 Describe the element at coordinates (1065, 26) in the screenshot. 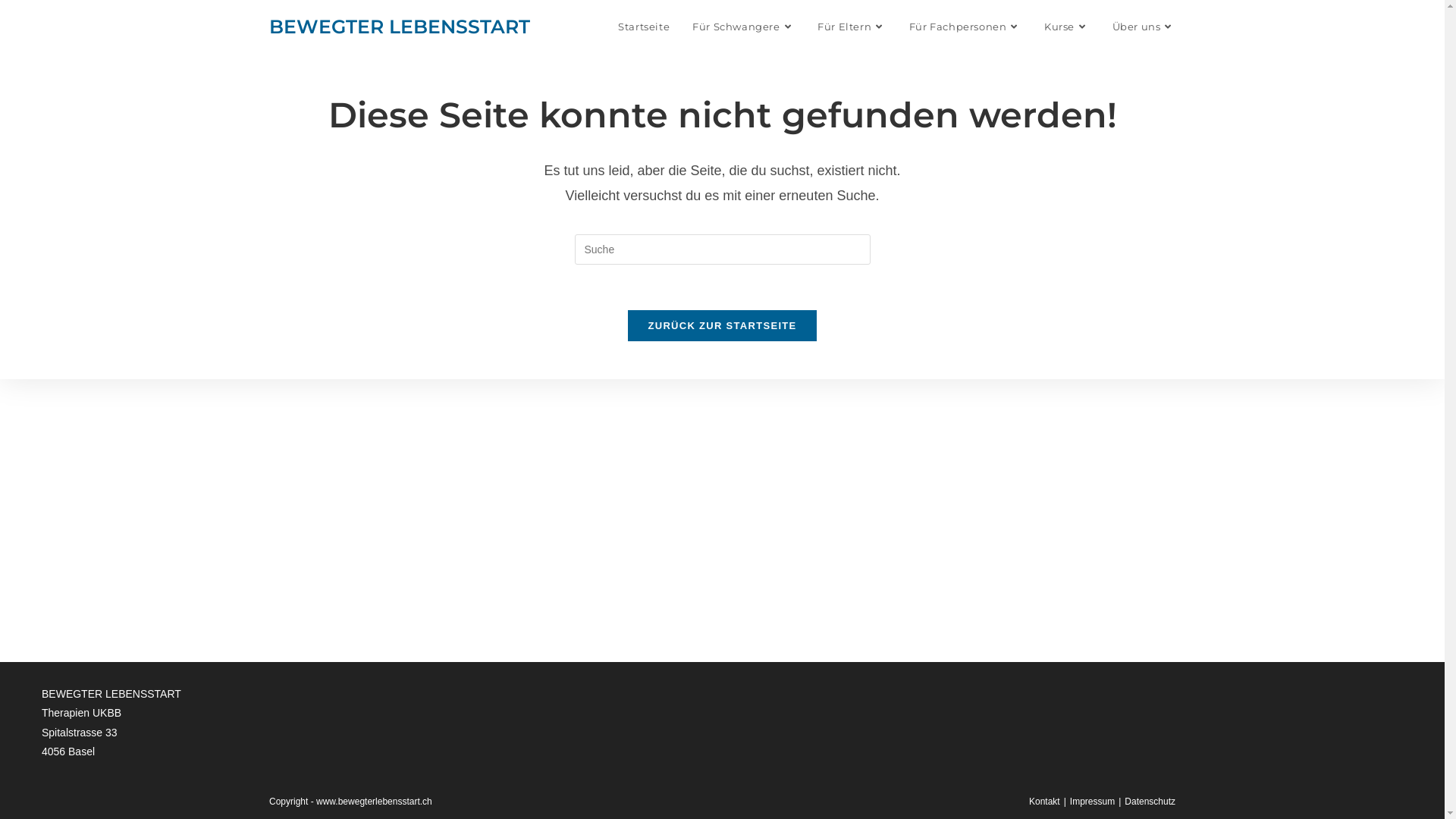

I see `'Kurse'` at that location.